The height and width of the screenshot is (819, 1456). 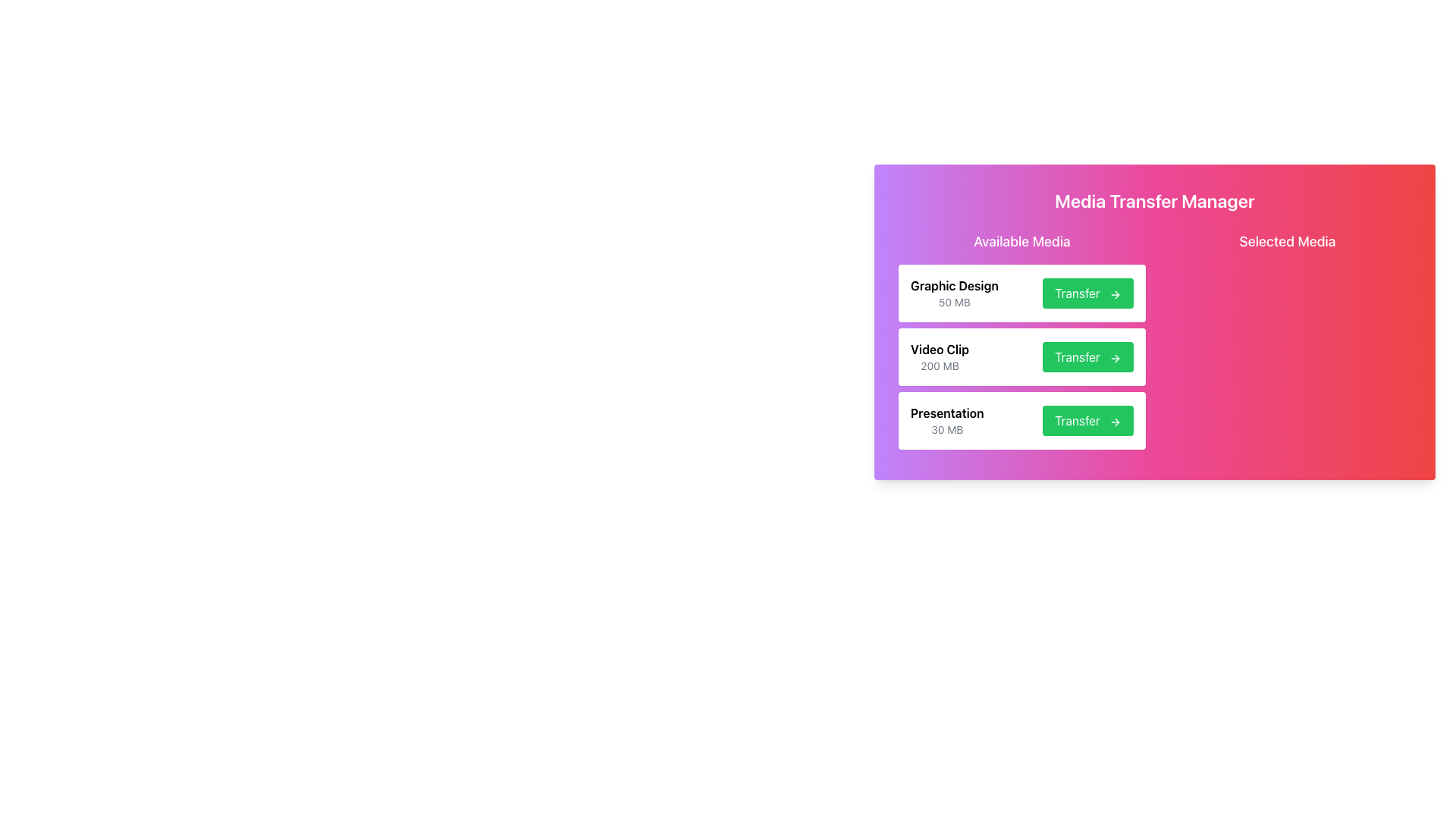 What do you see at coordinates (939, 350) in the screenshot?
I see `text label displaying 'Video Clip' in bold styling, which is located at the top of the middle card in a vertical list of three cards representing media items` at bounding box center [939, 350].